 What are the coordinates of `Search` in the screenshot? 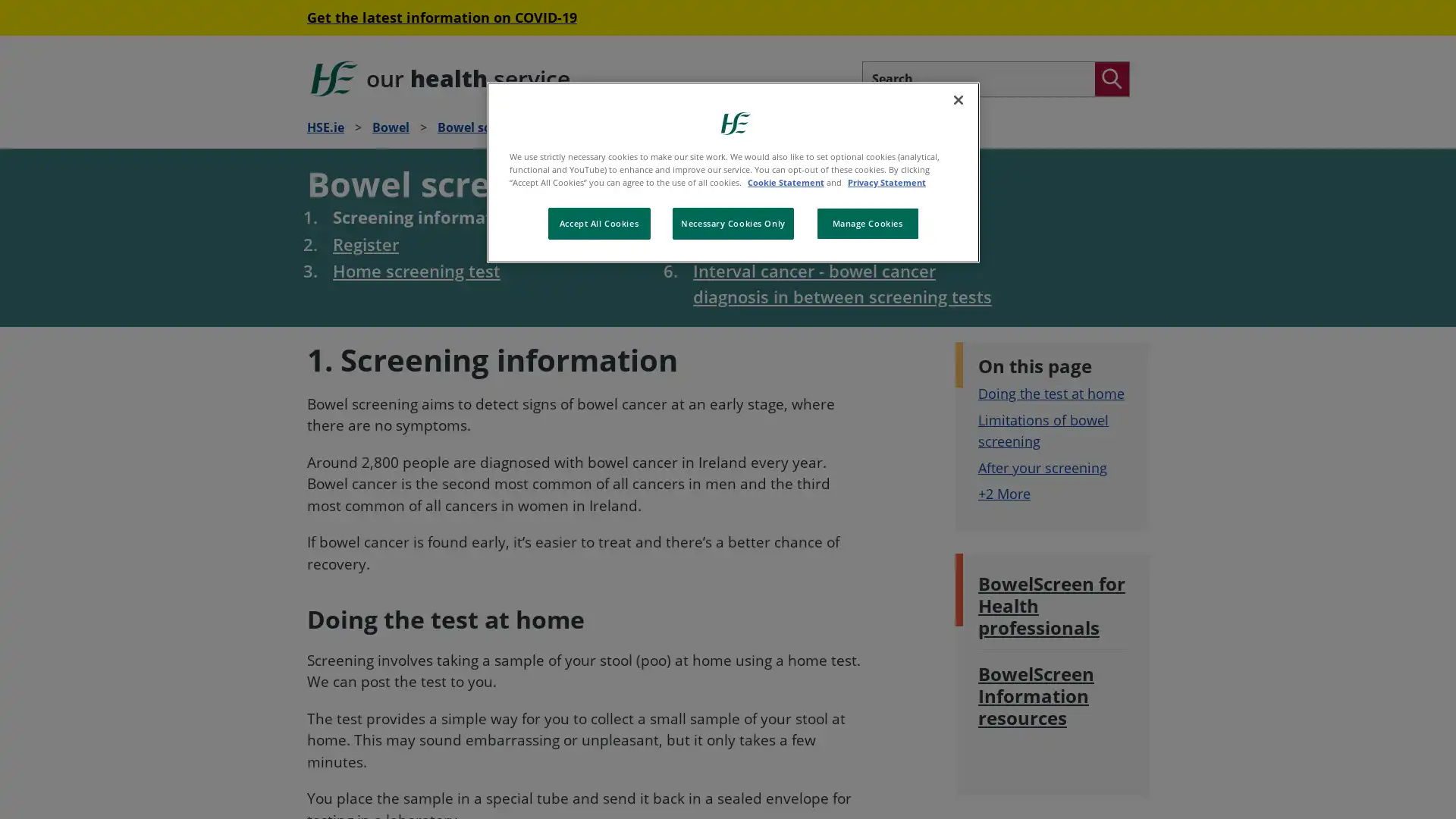 It's located at (1112, 78).